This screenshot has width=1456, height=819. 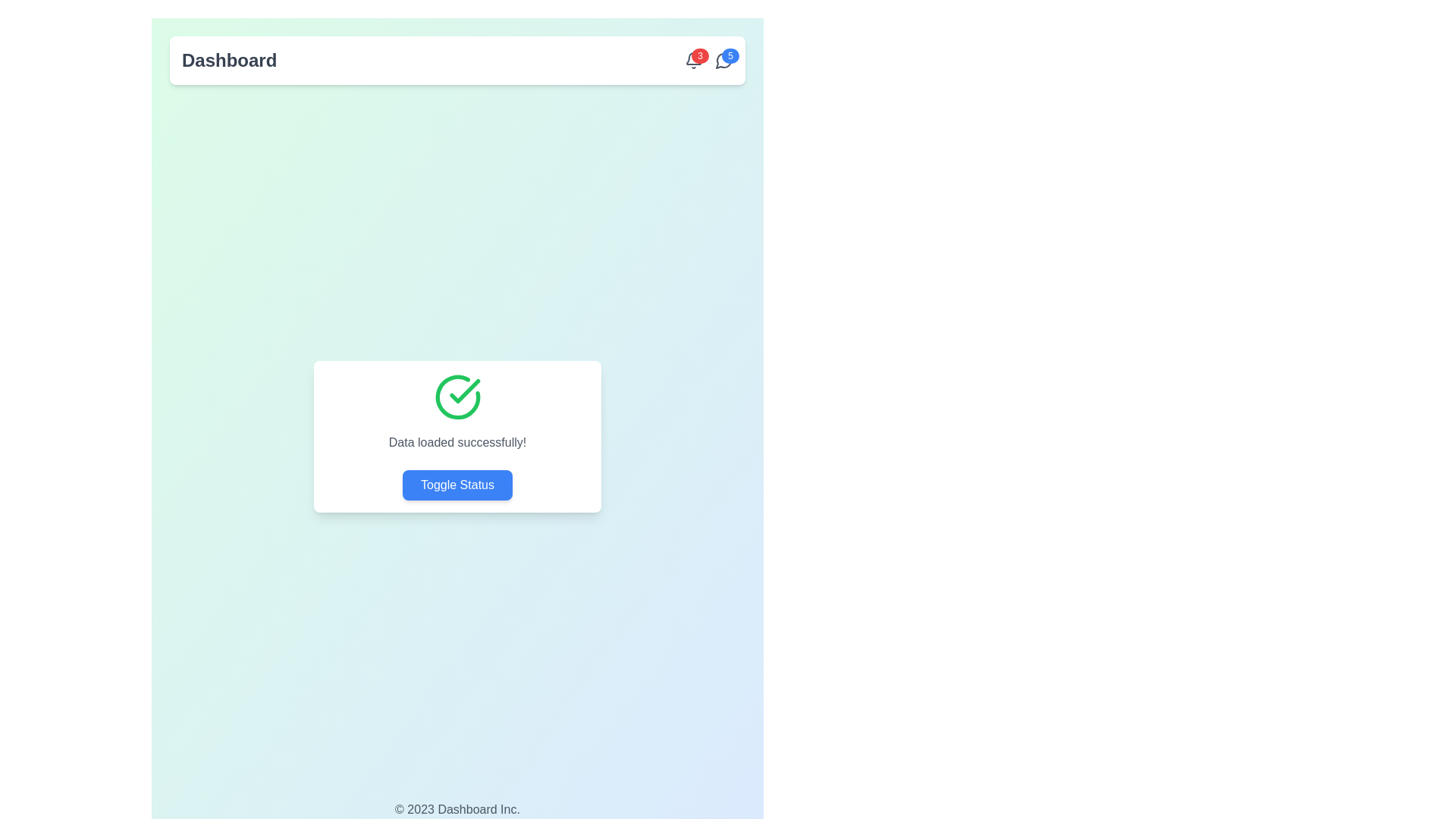 What do you see at coordinates (457, 397) in the screenshot?
I see `the Decorative icon that visually conveys a positive confirmation message, located above the text 'Data loaded successfully!' and the button labeled 'Toggle Status.'` at bounding box center [457, 397].